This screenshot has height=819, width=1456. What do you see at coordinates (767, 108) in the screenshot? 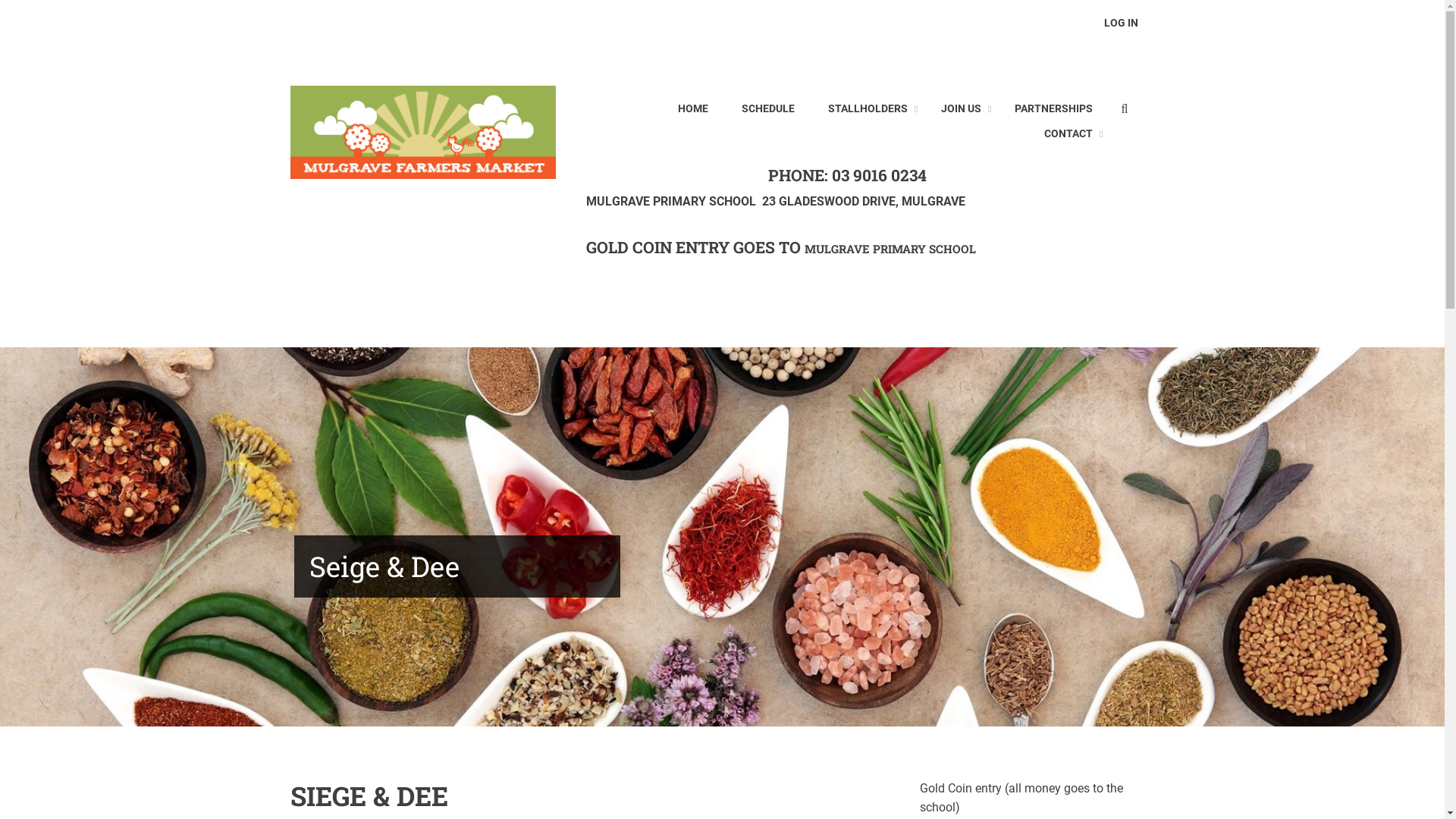
I see `'SCHEDULE'` at bounding box center [767, 108].